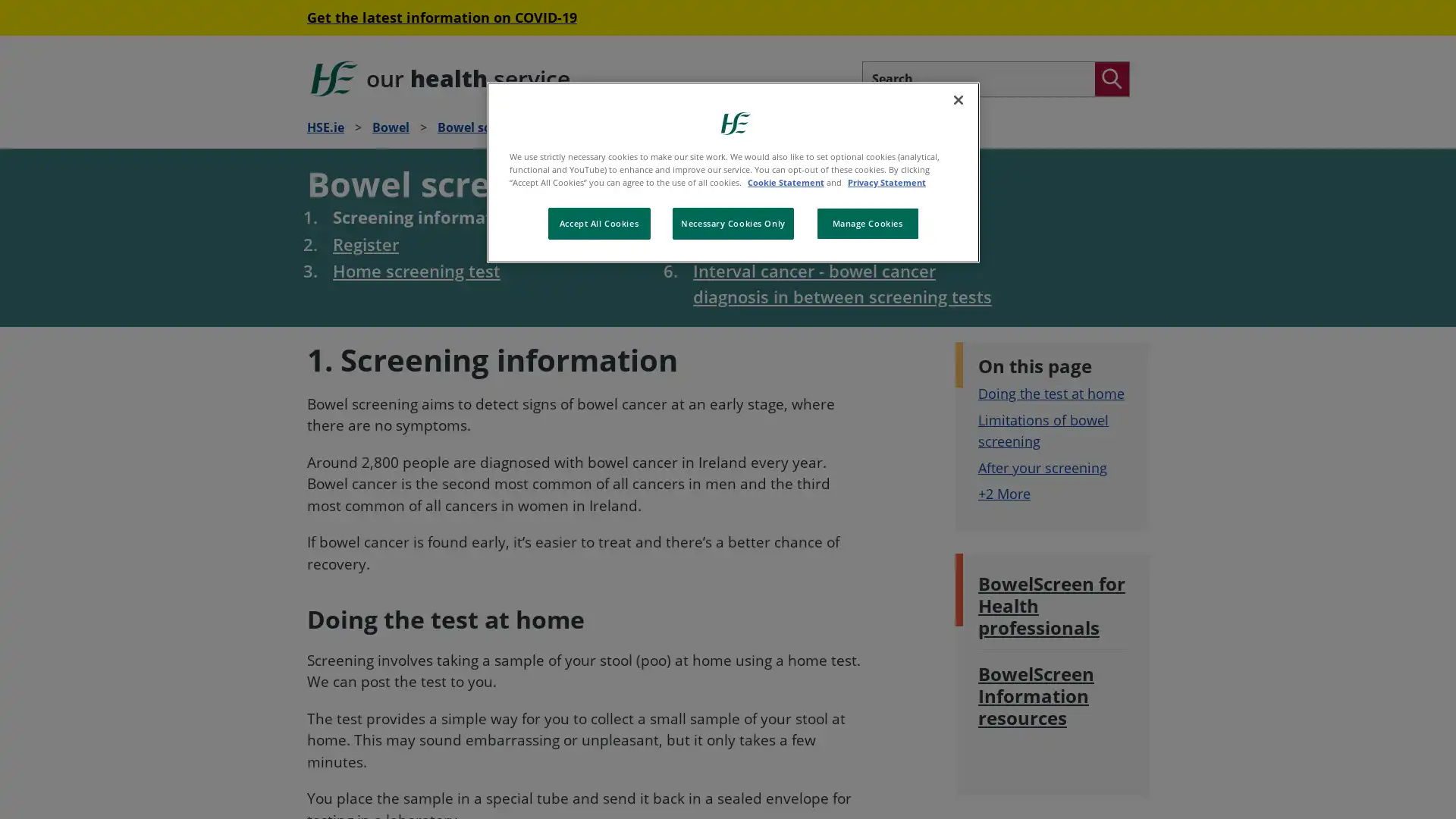 The image size is (1456, 819). What do you see at coordinates (957, 99) in the screenshot?
I see `Close` at bounding box center [957, 99].